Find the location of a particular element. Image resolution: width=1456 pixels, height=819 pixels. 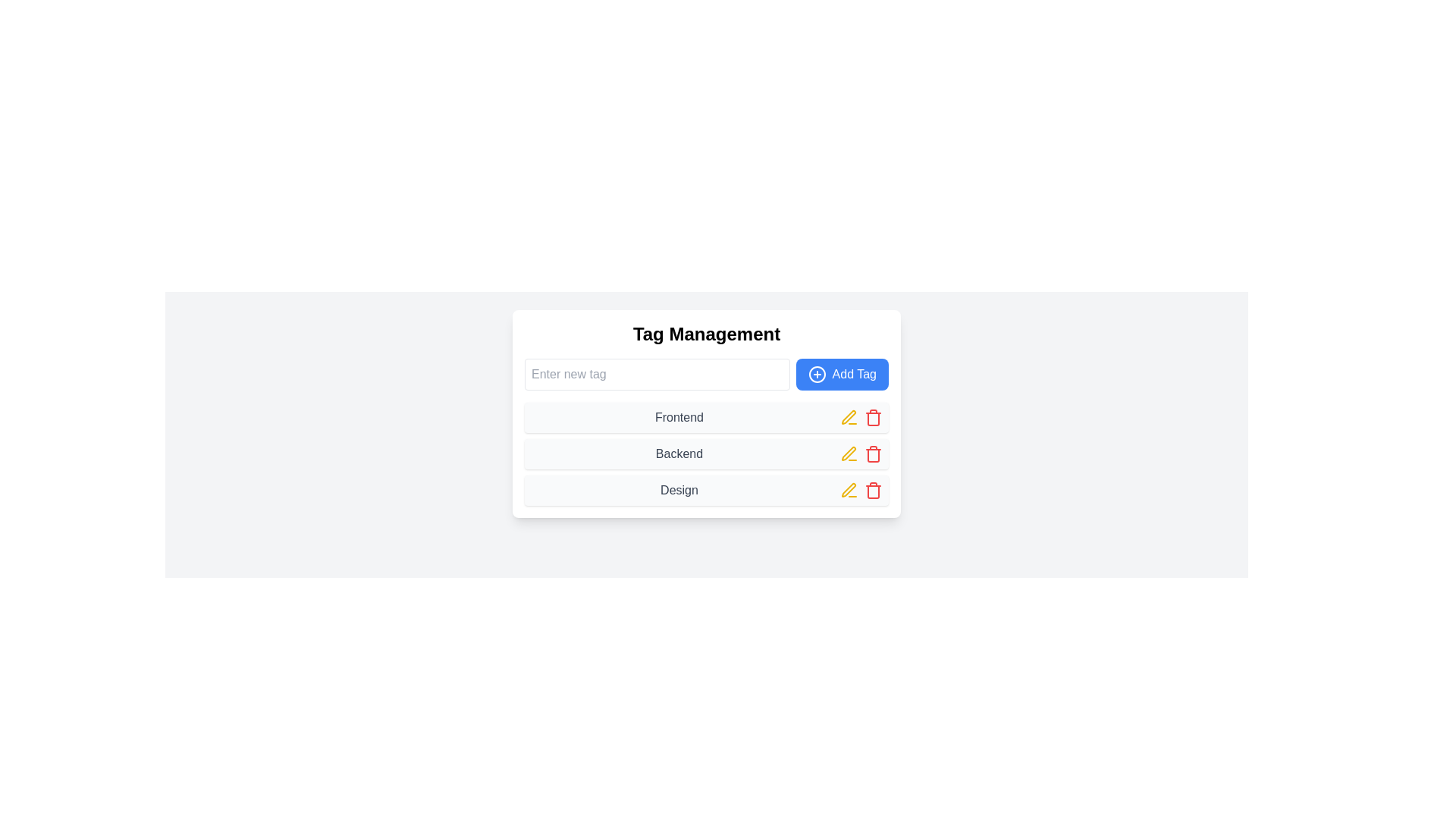

the button located on the right-most side of the tag input field is located at coordinates (840, 374).